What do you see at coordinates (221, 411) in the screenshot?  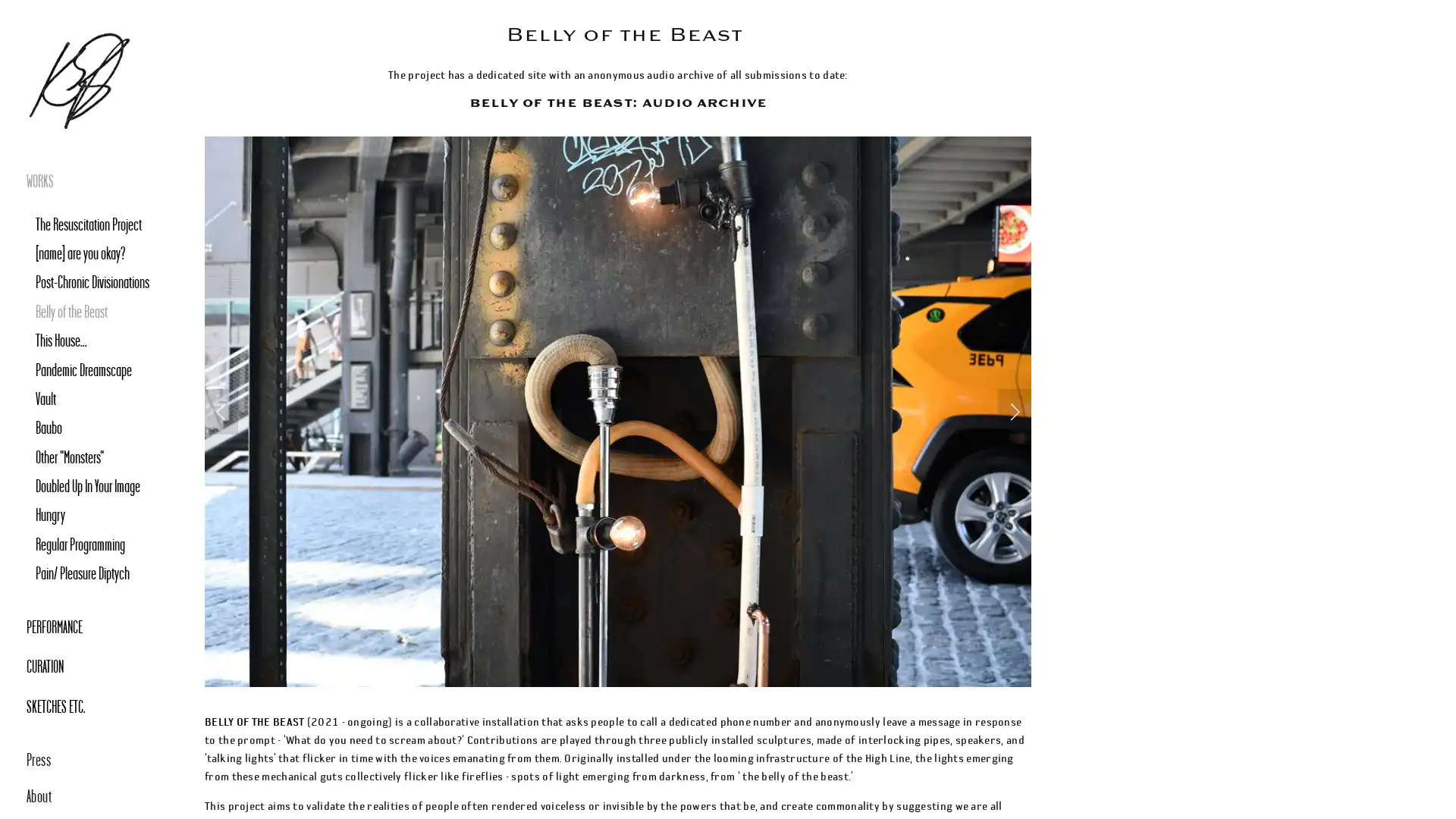 I see `Previous Slide` at bounding box center [221, 411].